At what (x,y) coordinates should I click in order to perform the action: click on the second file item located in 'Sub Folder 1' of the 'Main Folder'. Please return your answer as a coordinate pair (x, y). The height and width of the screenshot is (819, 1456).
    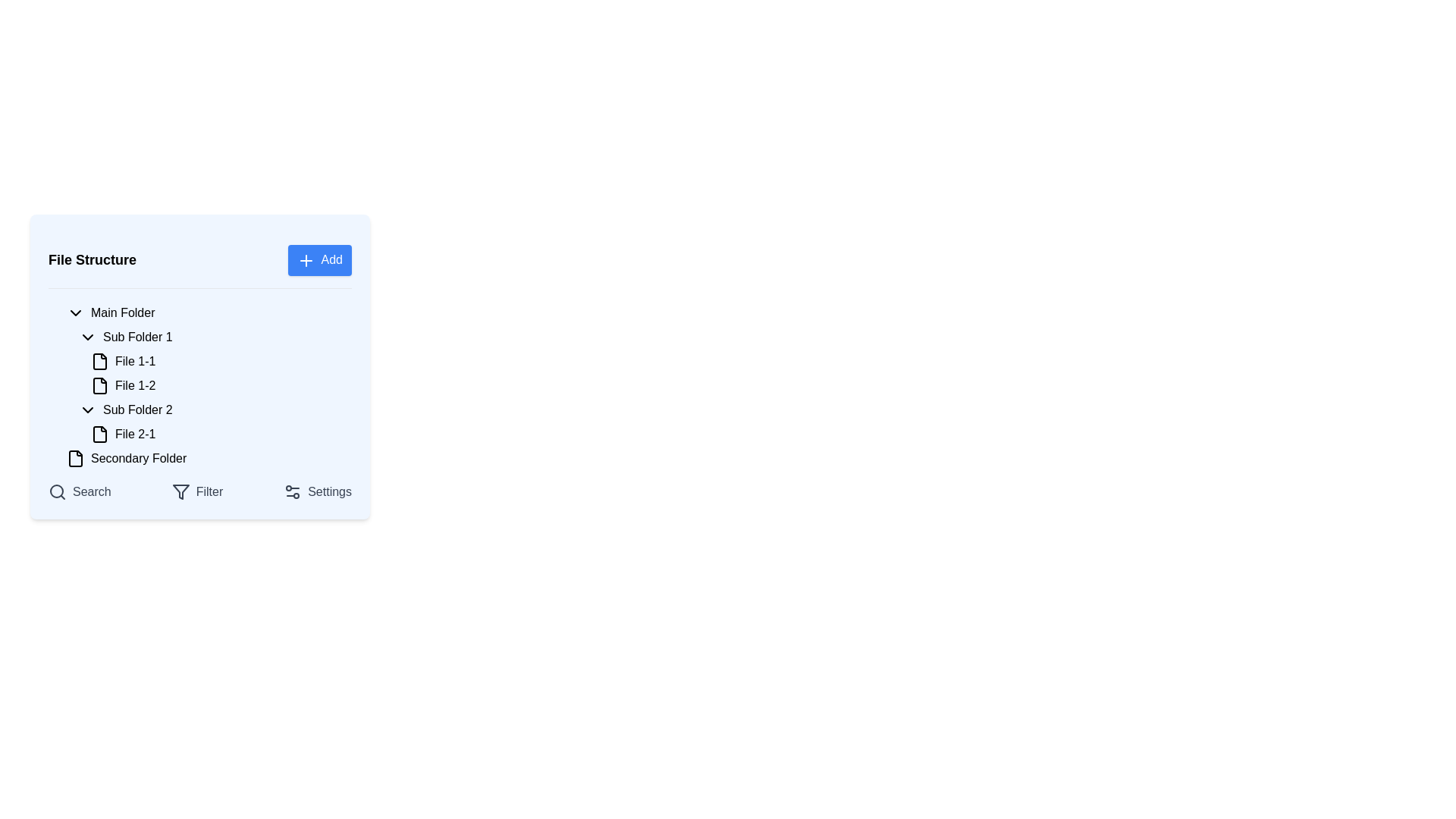
    Looking at the image, I should click on (199, 384).